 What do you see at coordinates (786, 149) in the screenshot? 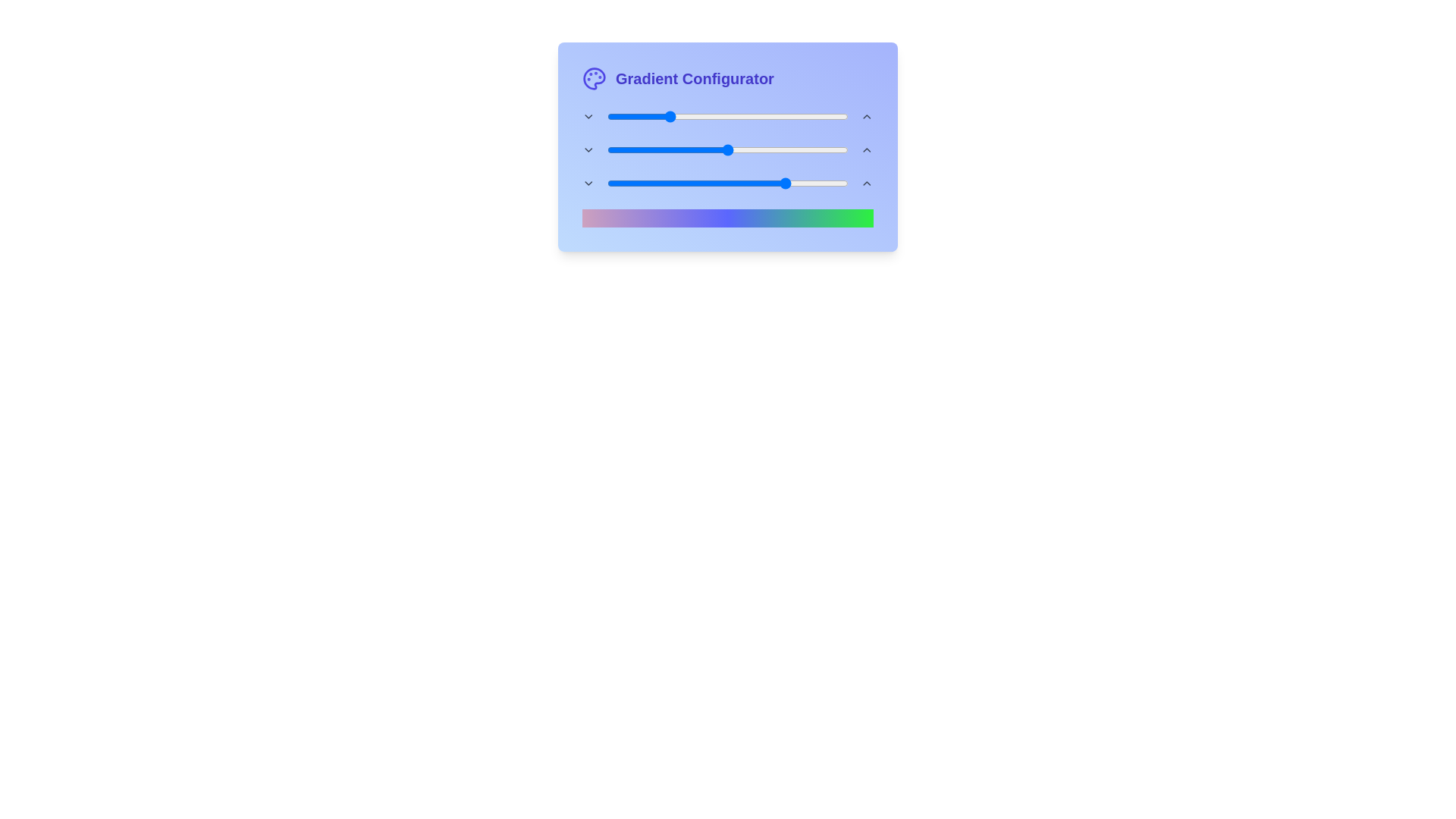
I see `the mid gradient slider to 74 percent` at bounding box center [786, 149].